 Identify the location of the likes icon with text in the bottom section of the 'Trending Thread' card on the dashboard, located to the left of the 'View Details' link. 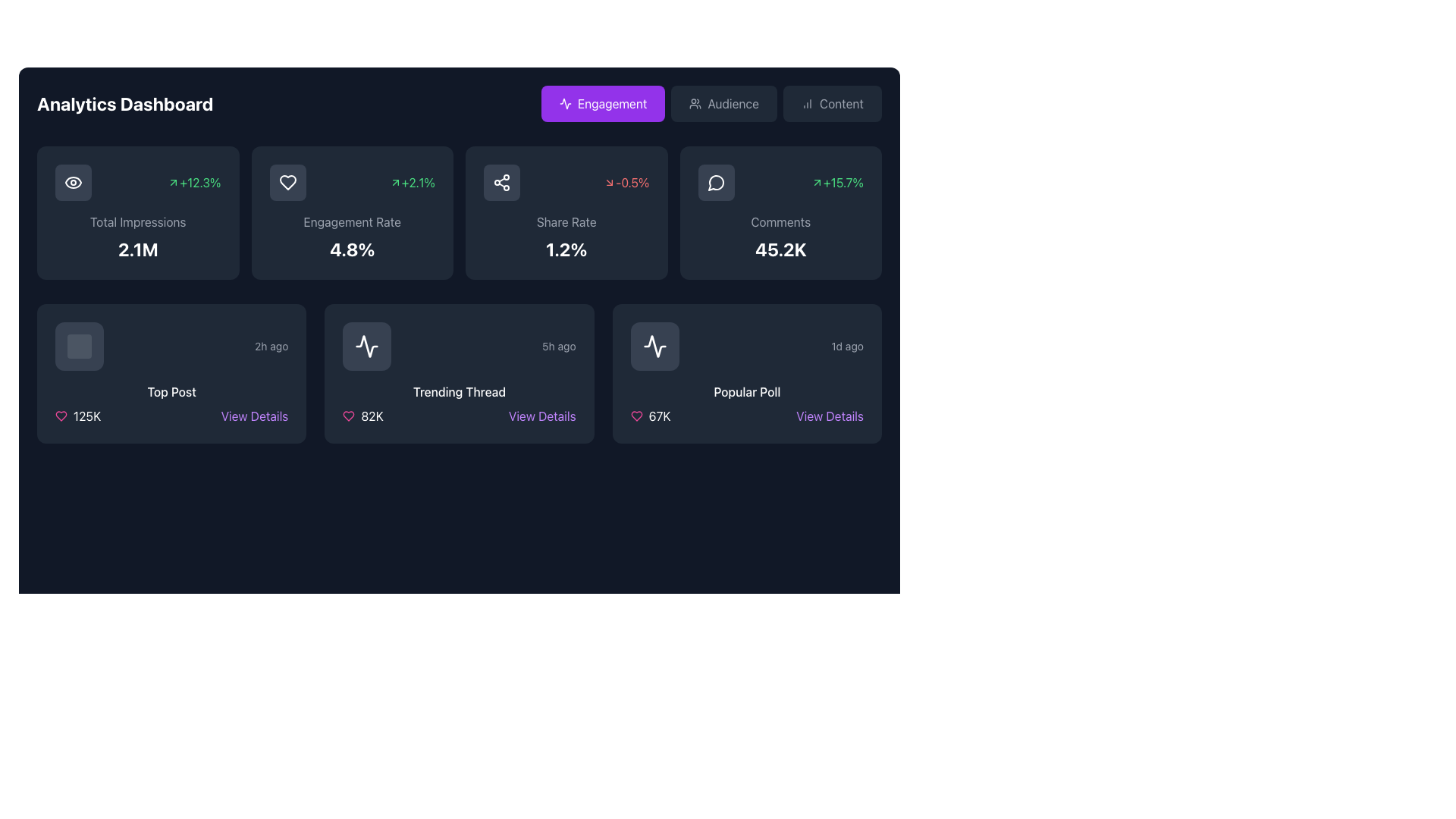
(362, 416).